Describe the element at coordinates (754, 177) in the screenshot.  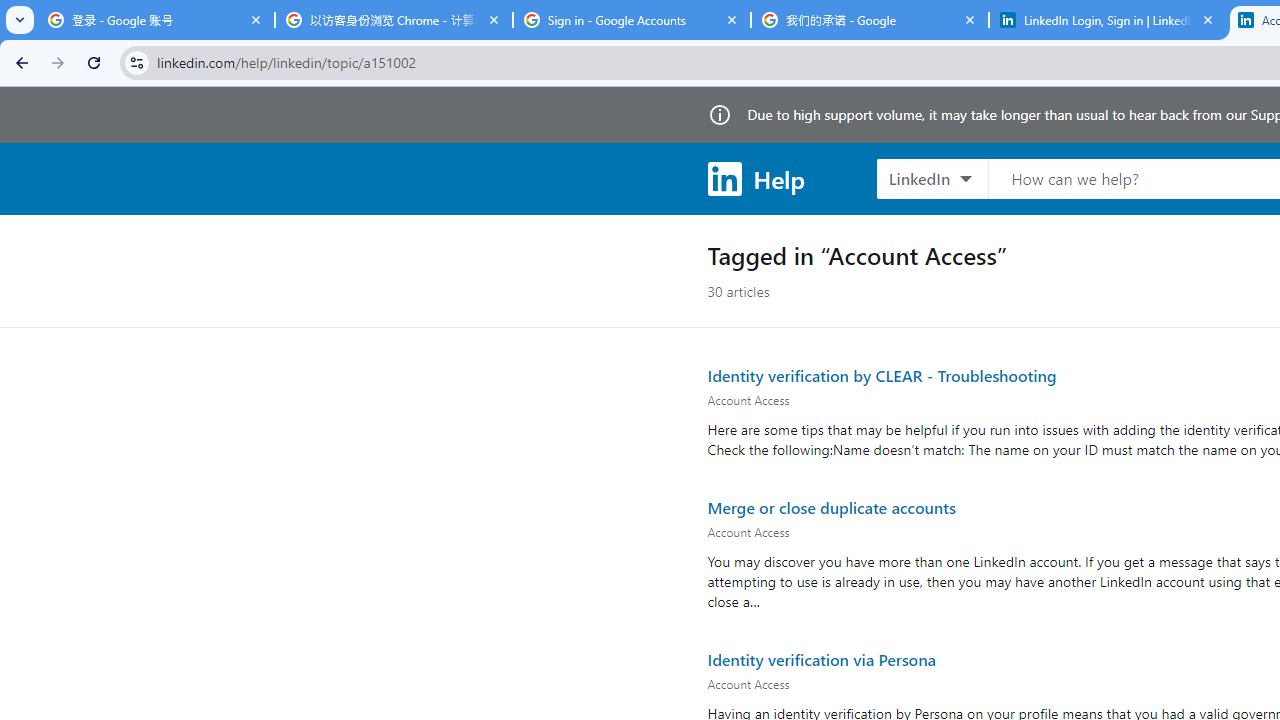
I see `'Help'` at that location.